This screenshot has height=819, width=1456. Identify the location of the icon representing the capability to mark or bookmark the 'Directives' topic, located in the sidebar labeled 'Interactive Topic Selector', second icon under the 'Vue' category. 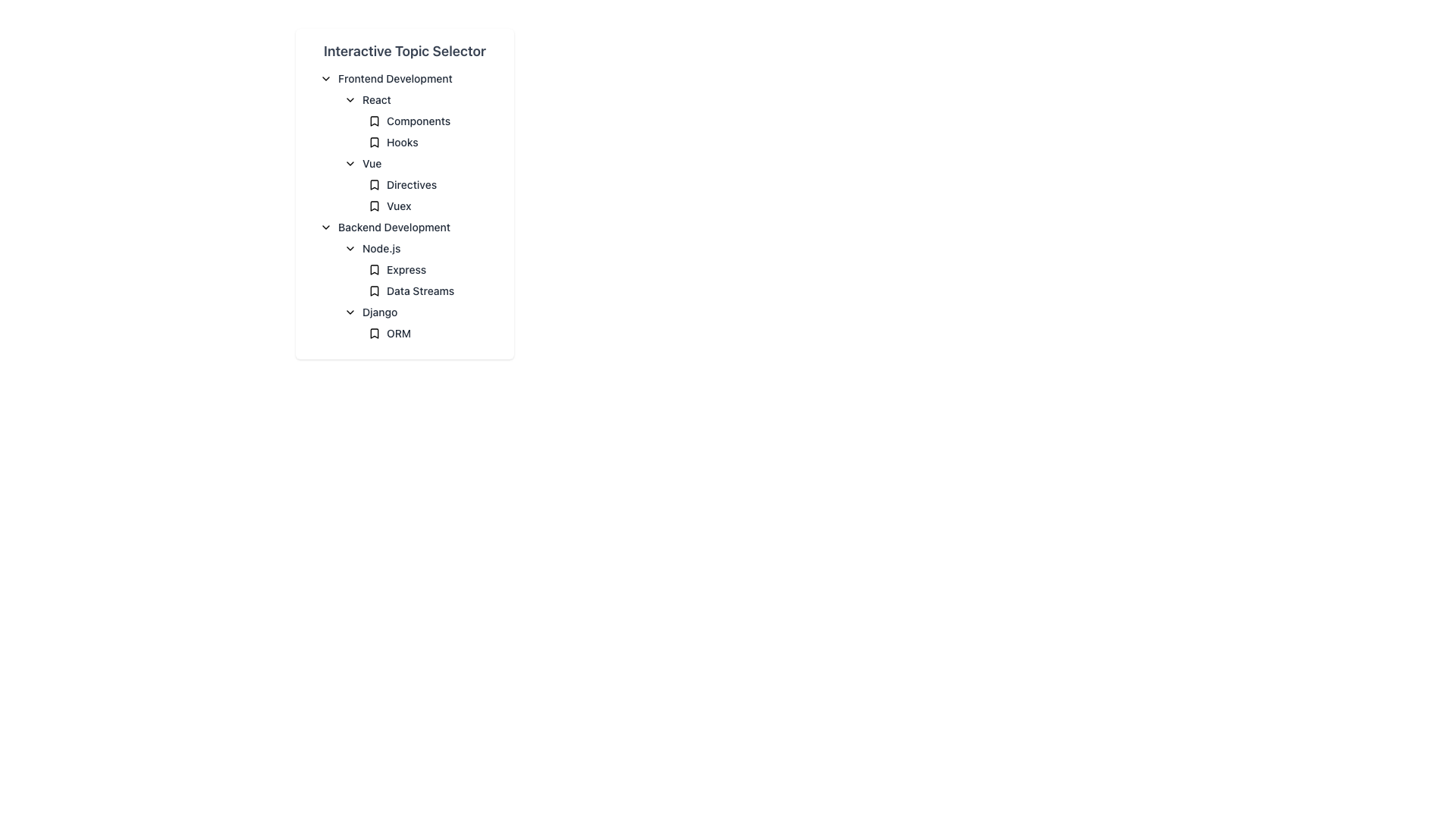
(375, 184).